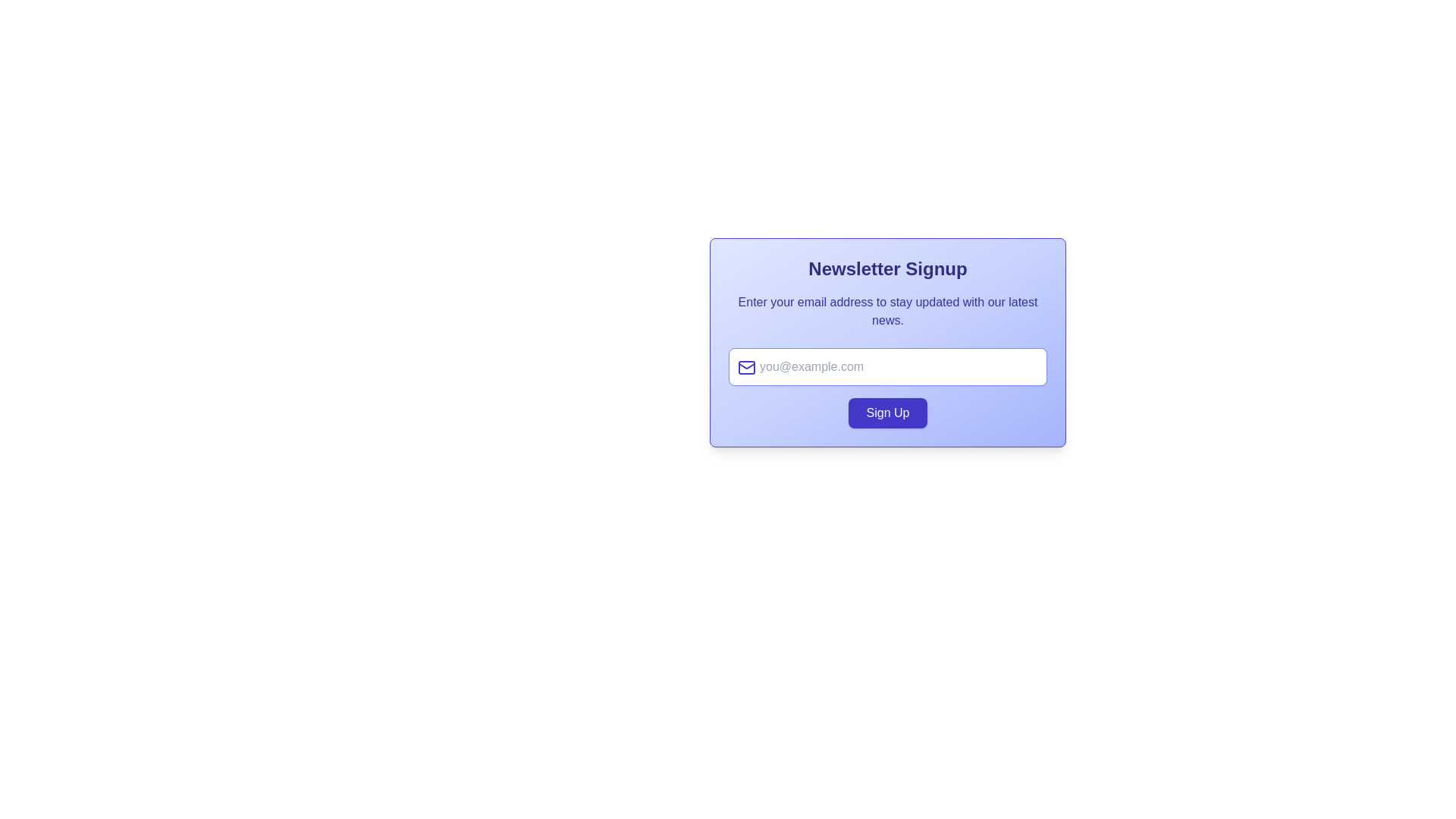 The width and height of the screenshot is (1456, 819). Describe the element at coordinates (888, 311) in the screenshot. I see `the informational subtitle text instructing users to provide their email addresses for updates, located within the 'Newsletter Signup' card, directly below the title and above the email input field` at that location.